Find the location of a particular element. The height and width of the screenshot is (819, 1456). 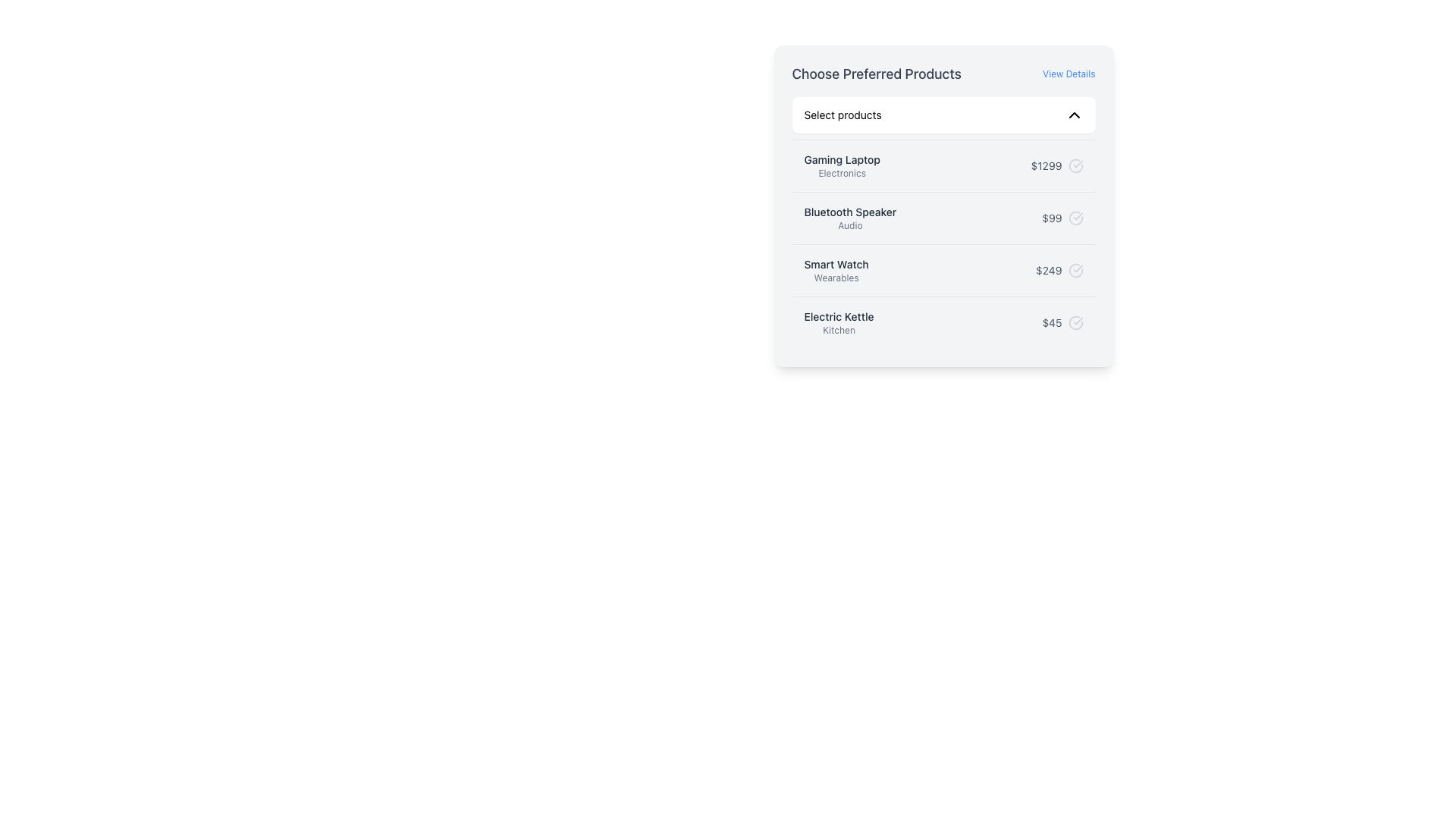

the text information of the product labeled 'Smart Watch' and categorized under 'Wearables' in the third row of the product menu is located at coordinates (836, 270).